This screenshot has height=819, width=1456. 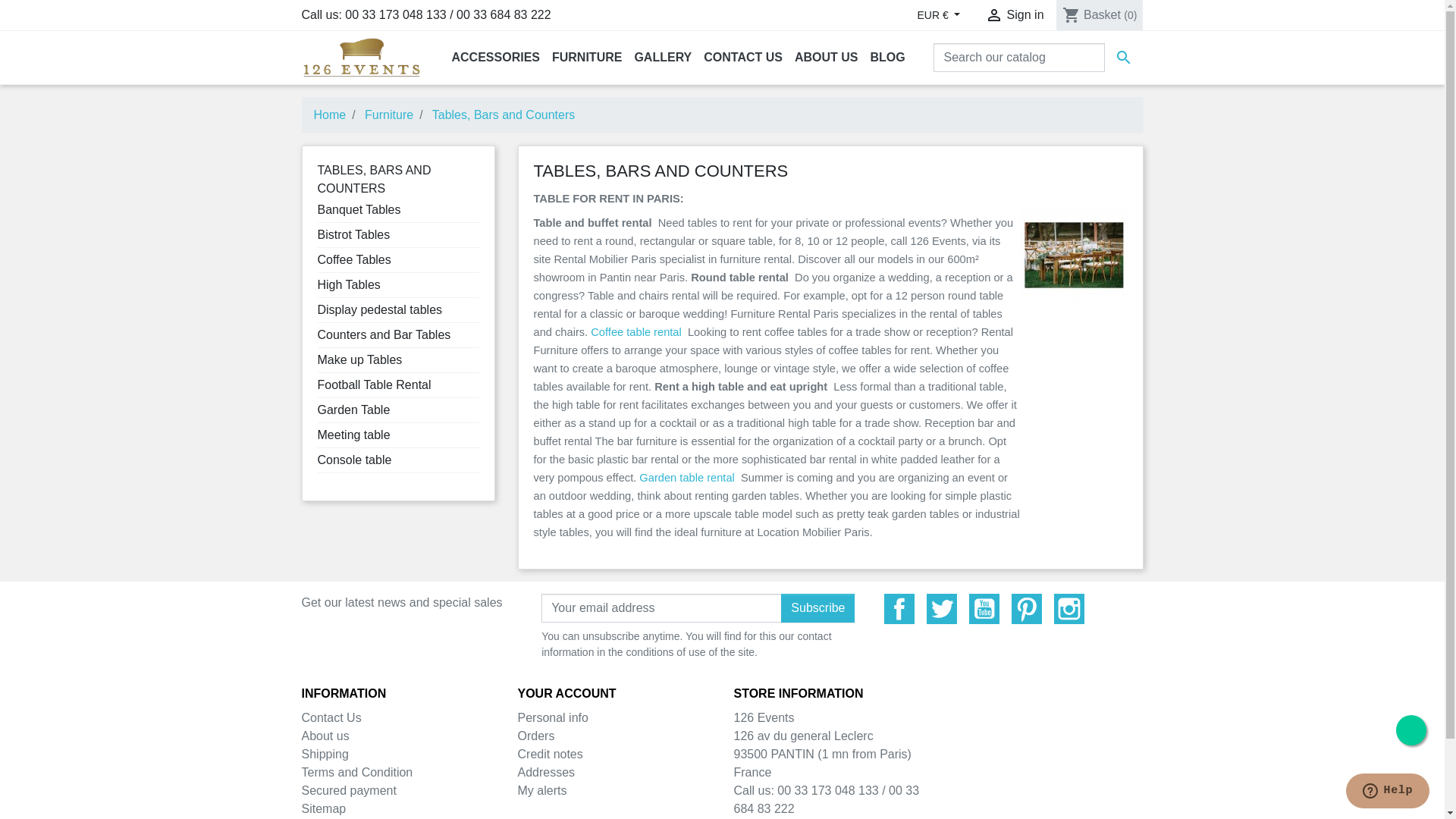 What do you see at coordinates (535, 735) in the screenshot?
I see `'Orders'` at bounding box center [535, 735].